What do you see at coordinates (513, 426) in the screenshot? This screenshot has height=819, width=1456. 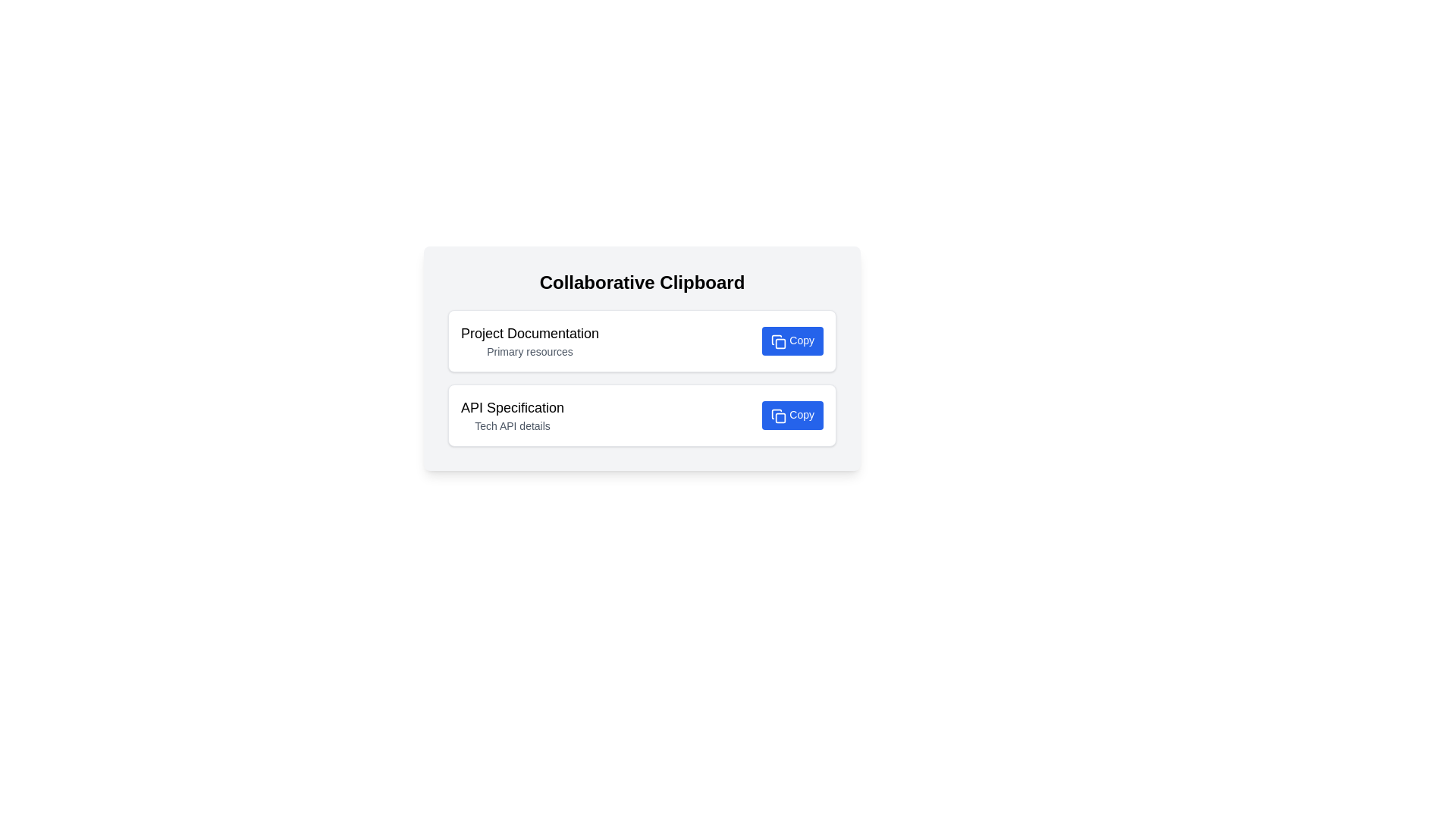 I see `the static text label reading 'Tech API details', which is styled in gray and positioned below the title 'API Specification'` at bounding box center [513, 426].